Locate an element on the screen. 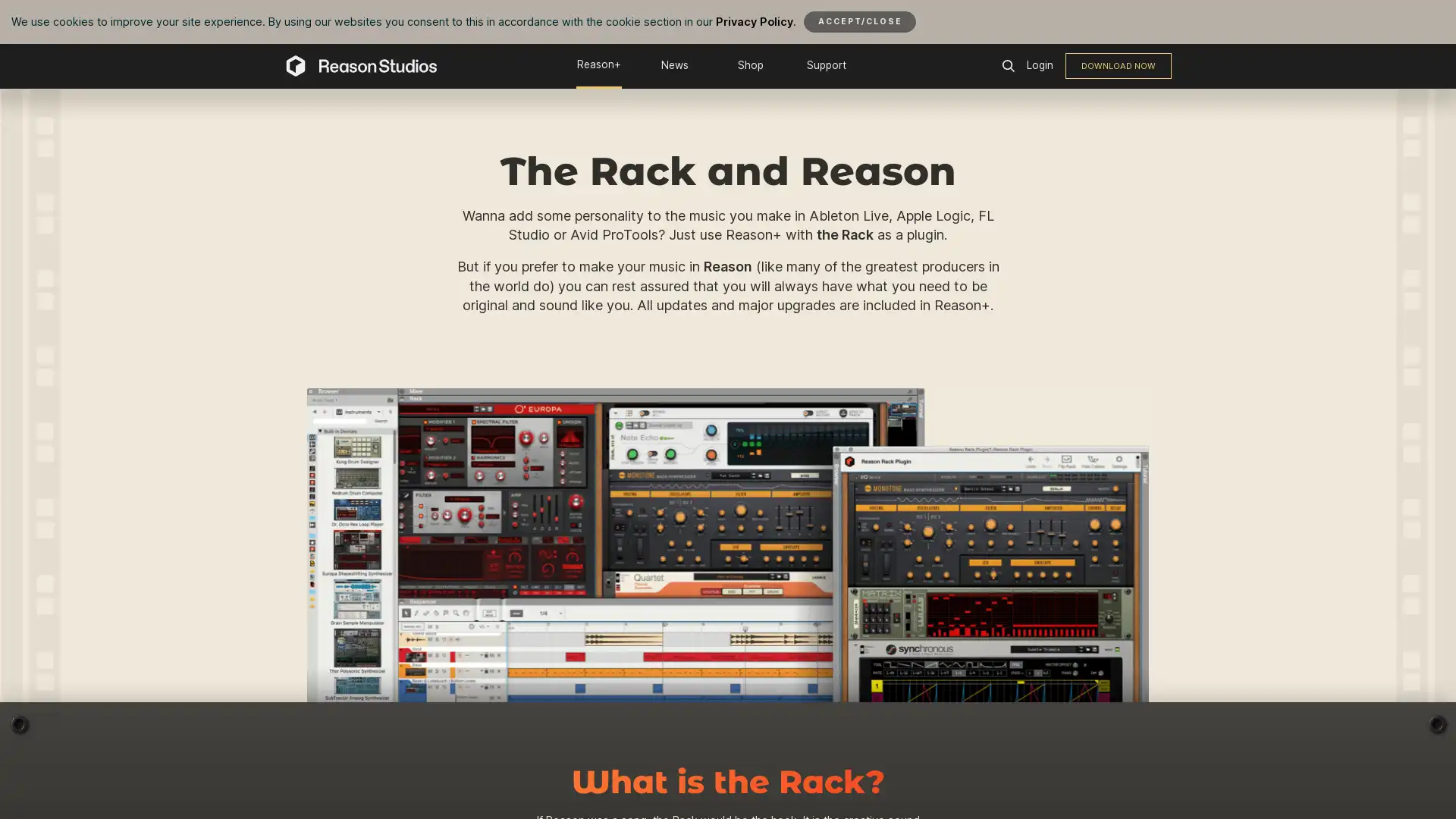 The width and height of the screenshot is (1456, 819). Close is located at coordinates (859, 21).